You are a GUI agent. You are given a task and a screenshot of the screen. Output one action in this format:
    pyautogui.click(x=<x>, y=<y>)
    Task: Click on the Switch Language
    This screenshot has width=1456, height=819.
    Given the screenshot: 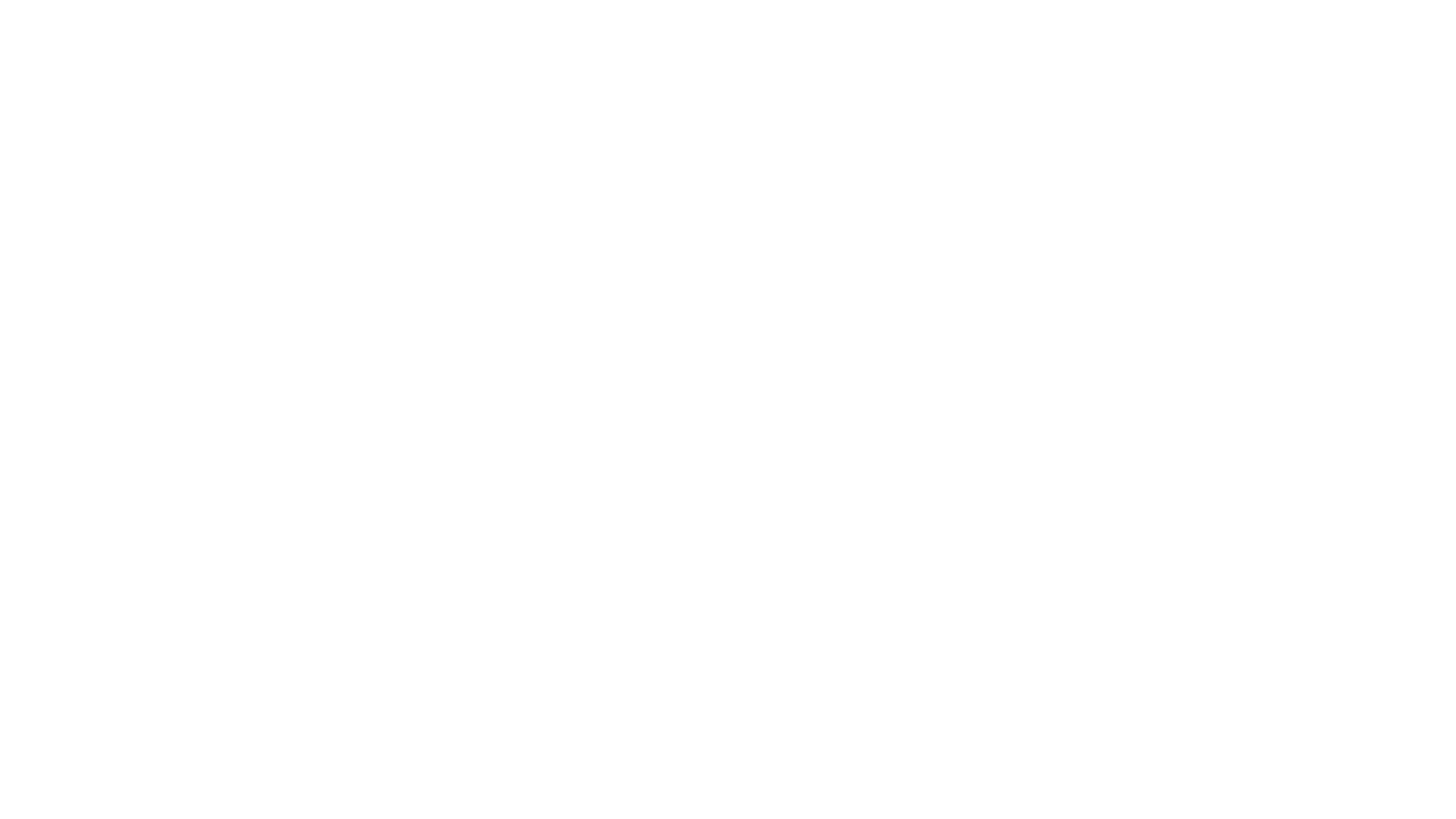 What is the action you would take?
    pyautogui.click(x=1210, y=20)
    